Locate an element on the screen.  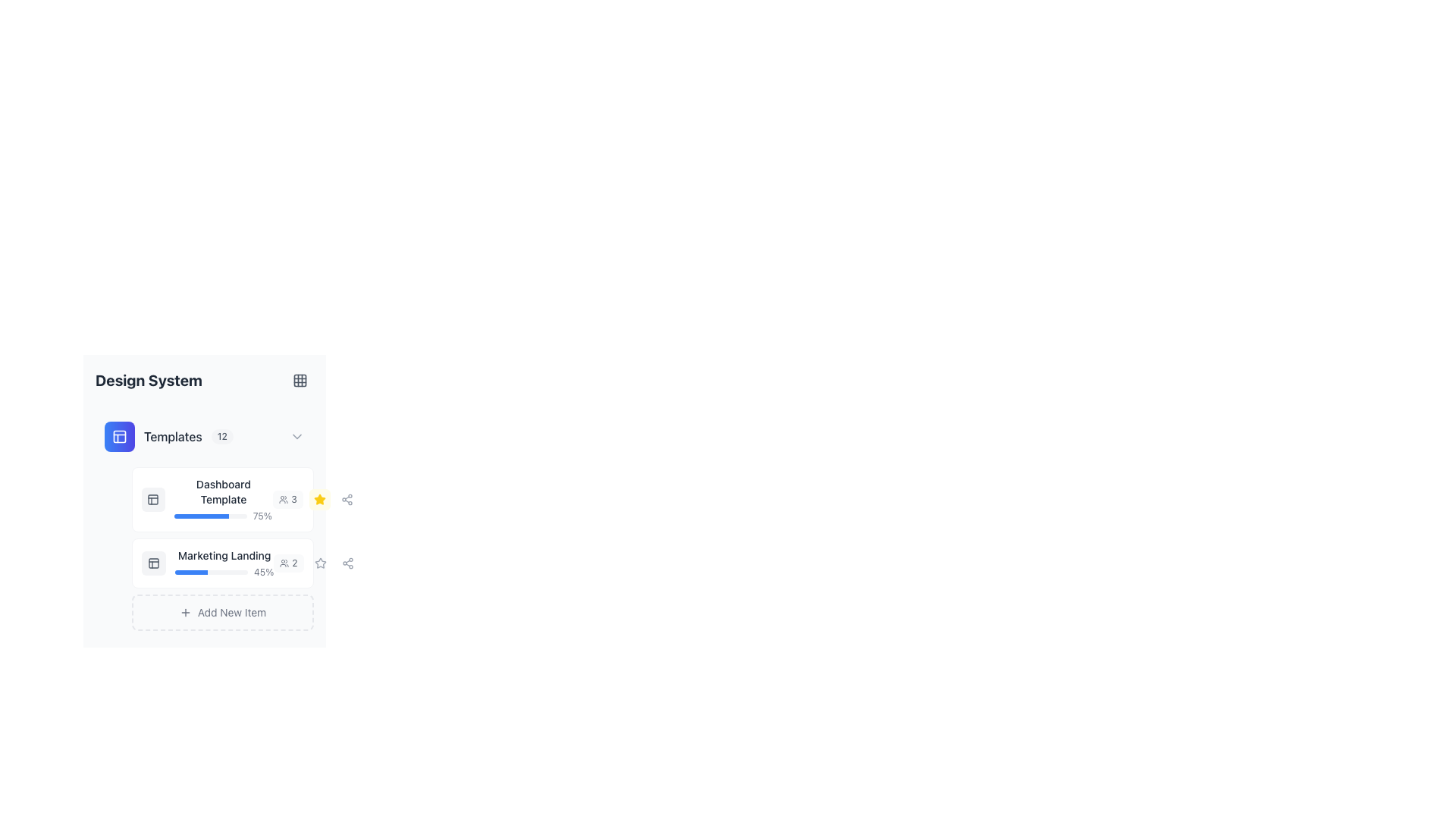
the interactive button that triggers the sharing action for the 'Marketing Landing' template, located to the right of the entry in the 'Templates' section is located at coordinates (303, 721).